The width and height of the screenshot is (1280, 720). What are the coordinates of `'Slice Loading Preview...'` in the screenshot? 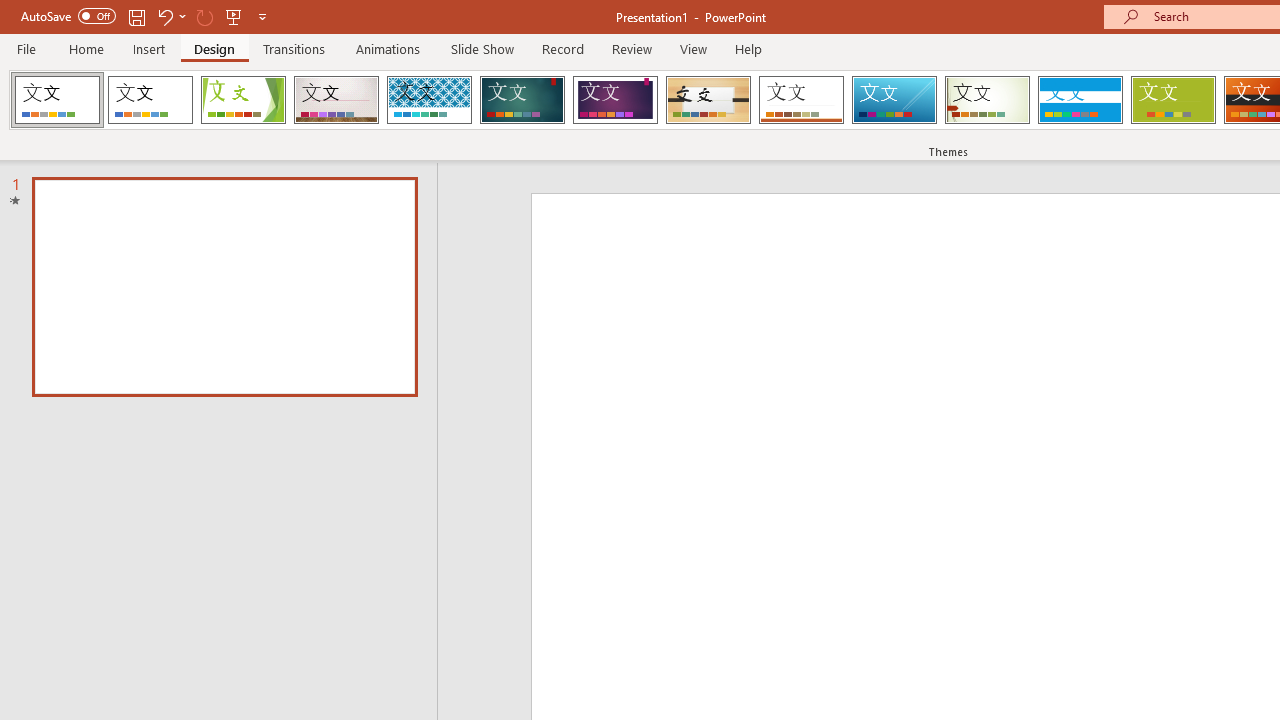 It's located at (893, 100).